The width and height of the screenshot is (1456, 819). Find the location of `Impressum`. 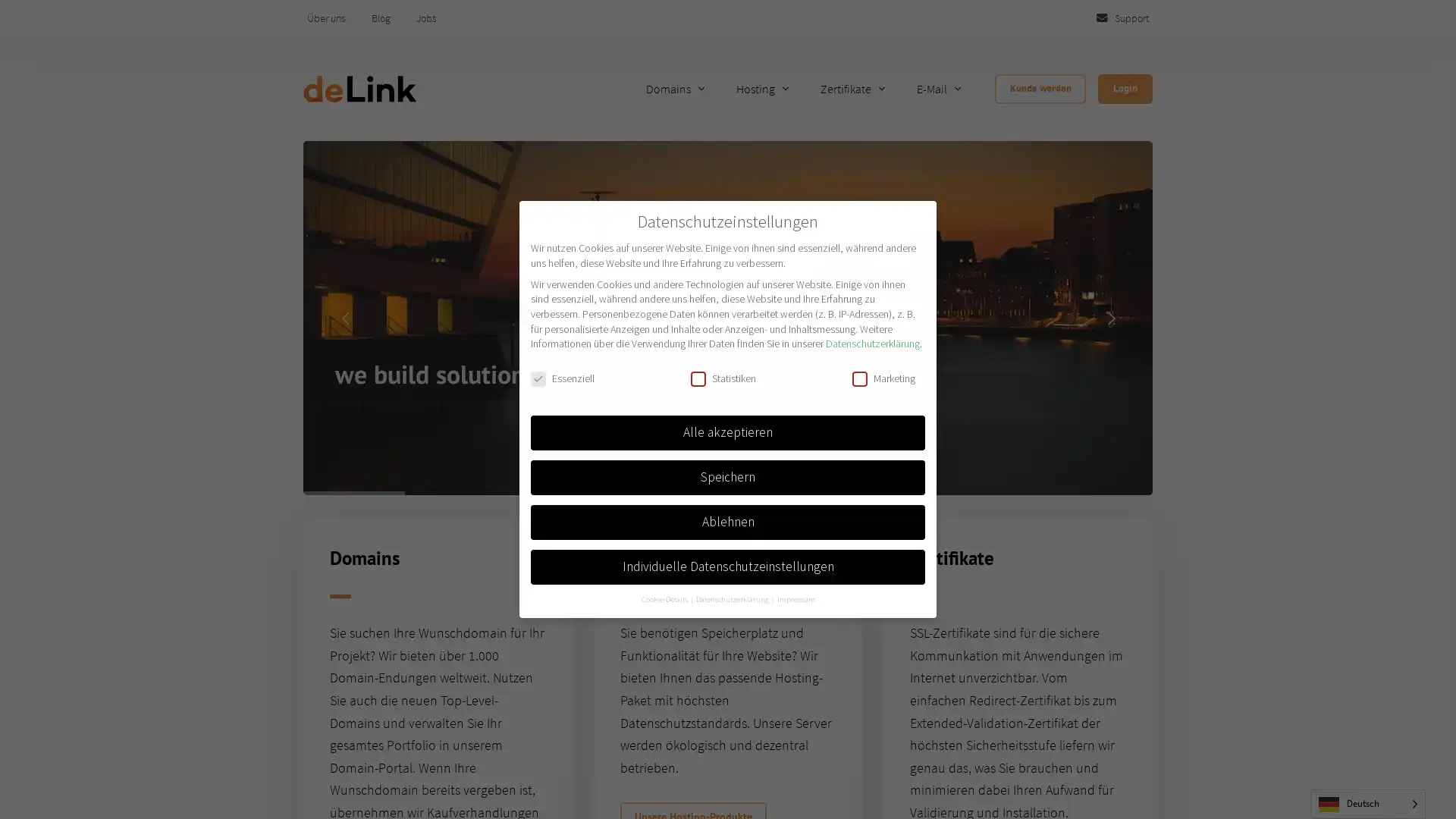

Impressum is located at coordinates (795, 598).